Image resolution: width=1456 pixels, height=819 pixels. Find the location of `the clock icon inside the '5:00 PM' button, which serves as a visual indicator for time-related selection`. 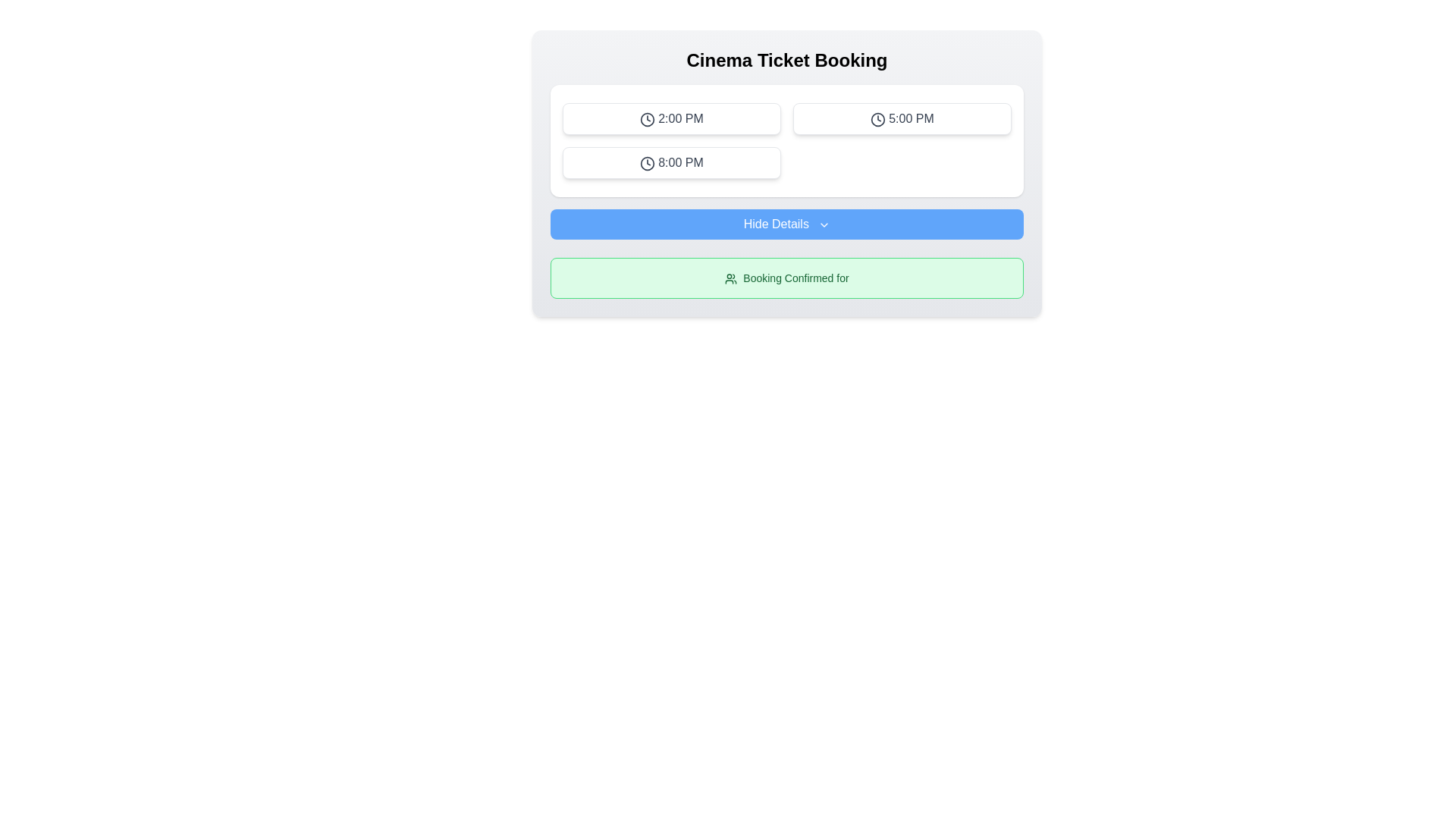

the clock icon inside the '5:00 PM' button, which serves as a visual indicator for time-related selection is located at coordinates (878, 118).